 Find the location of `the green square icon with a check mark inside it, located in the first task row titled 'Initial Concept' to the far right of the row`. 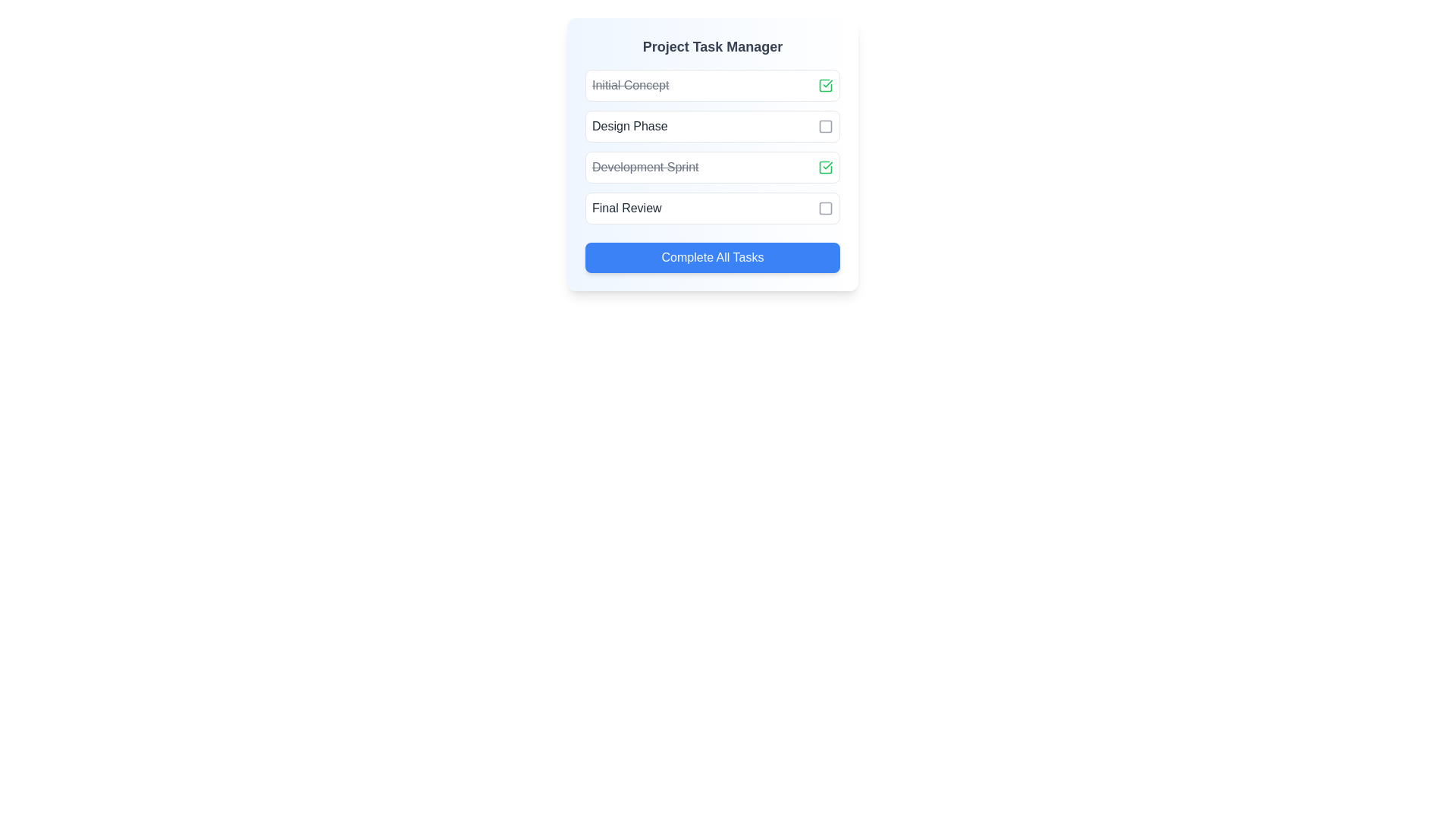

the green square icon with a check mark inside it, located in the first task row titled 'Initial Concept' to the far right of the row is located at coordinates (825, 167).